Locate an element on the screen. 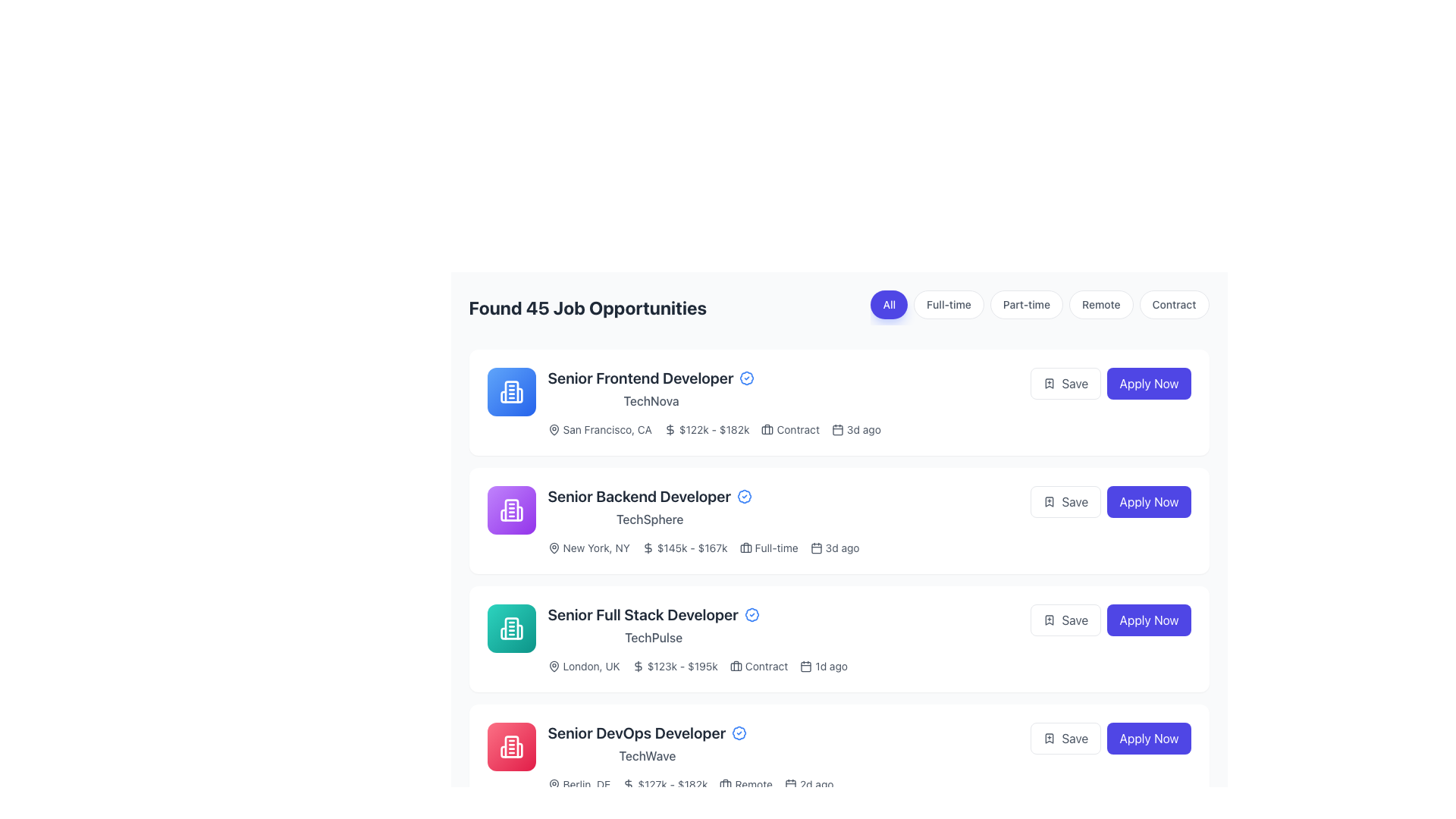 The height and width of the screenshot is (819, 1456). the small rectangle representing the calendar icon within the job listing section, located beneath the job type label and adjacent to the posting date is located at coordinates (815, 548).